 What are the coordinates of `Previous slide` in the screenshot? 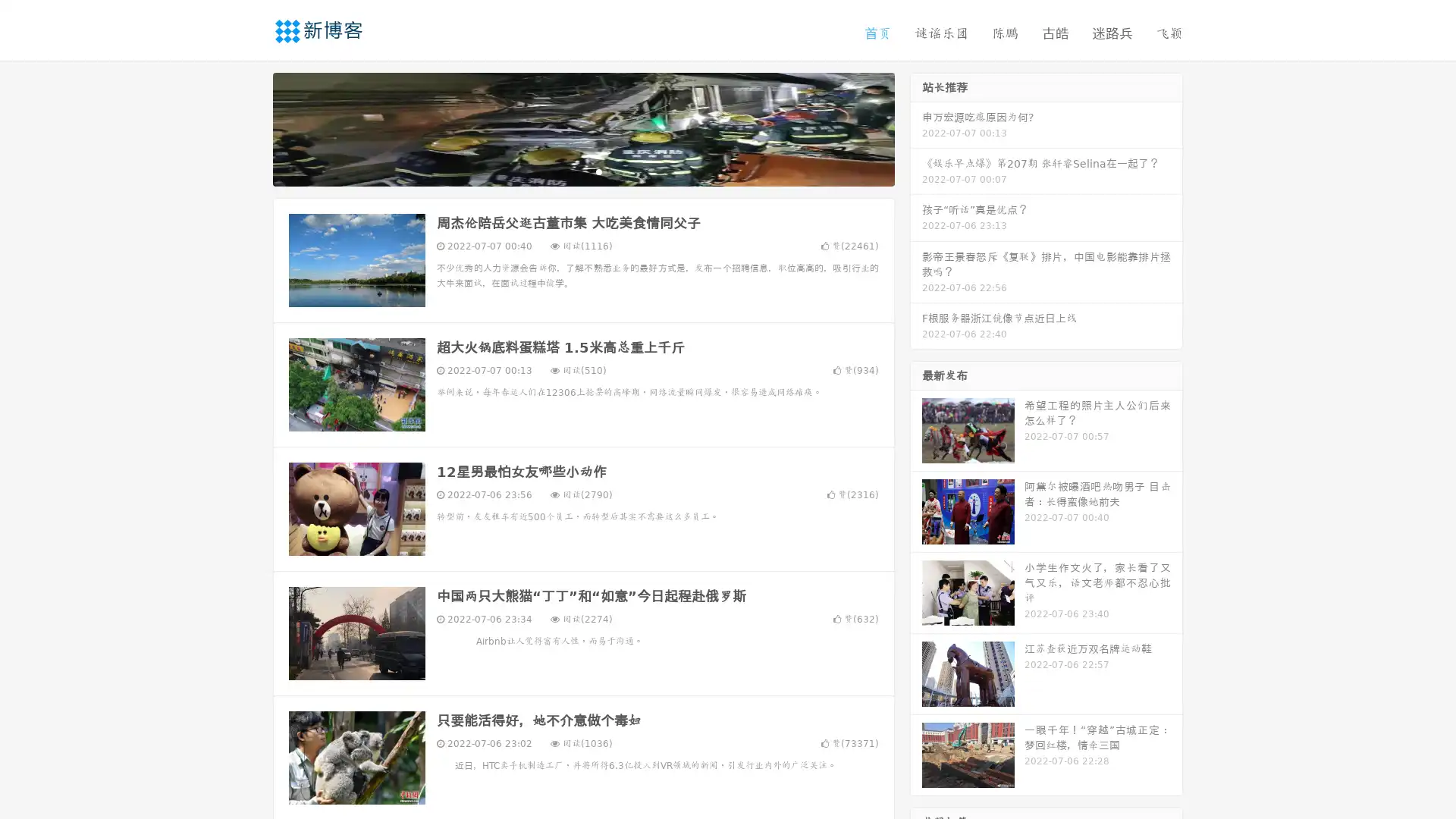 It's located at (250, 127).